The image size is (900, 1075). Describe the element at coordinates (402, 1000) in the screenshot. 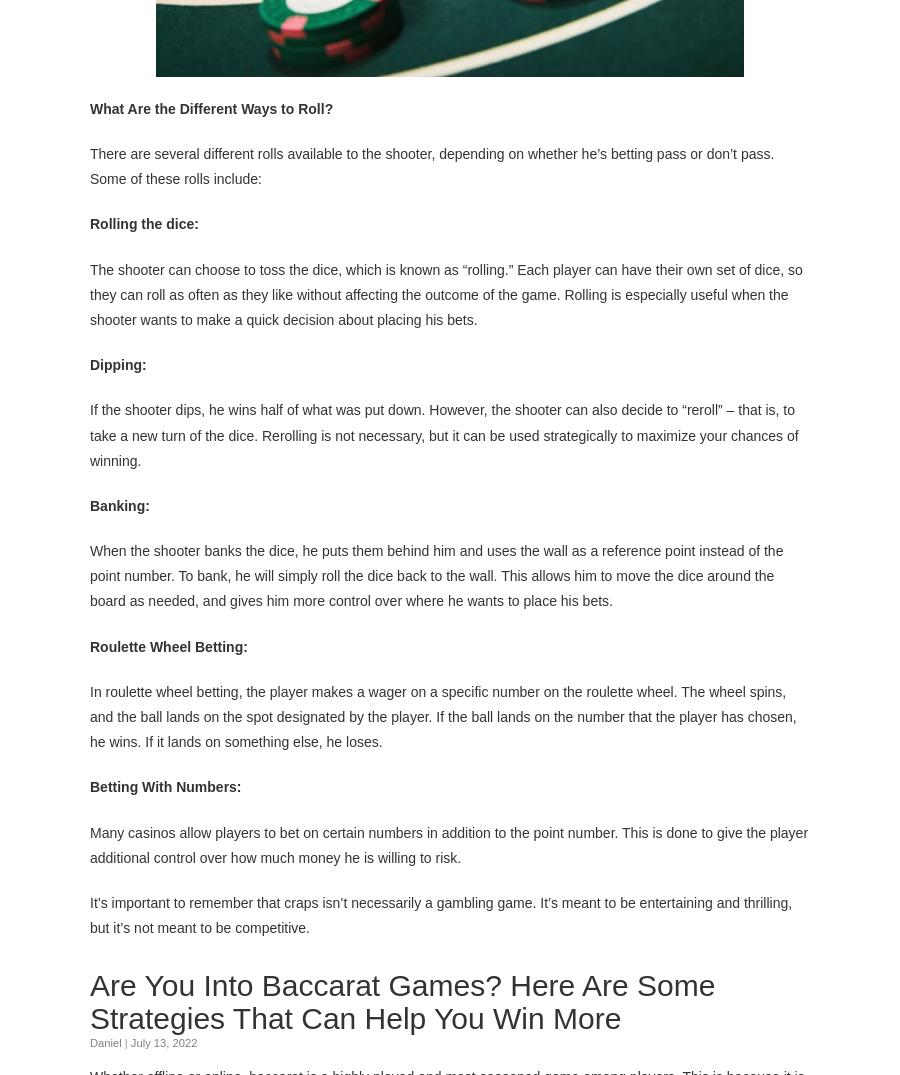

I see `'Are You Into Baccarat Games? Here Are Some Strategies That Can Help You Win More'` at that location.